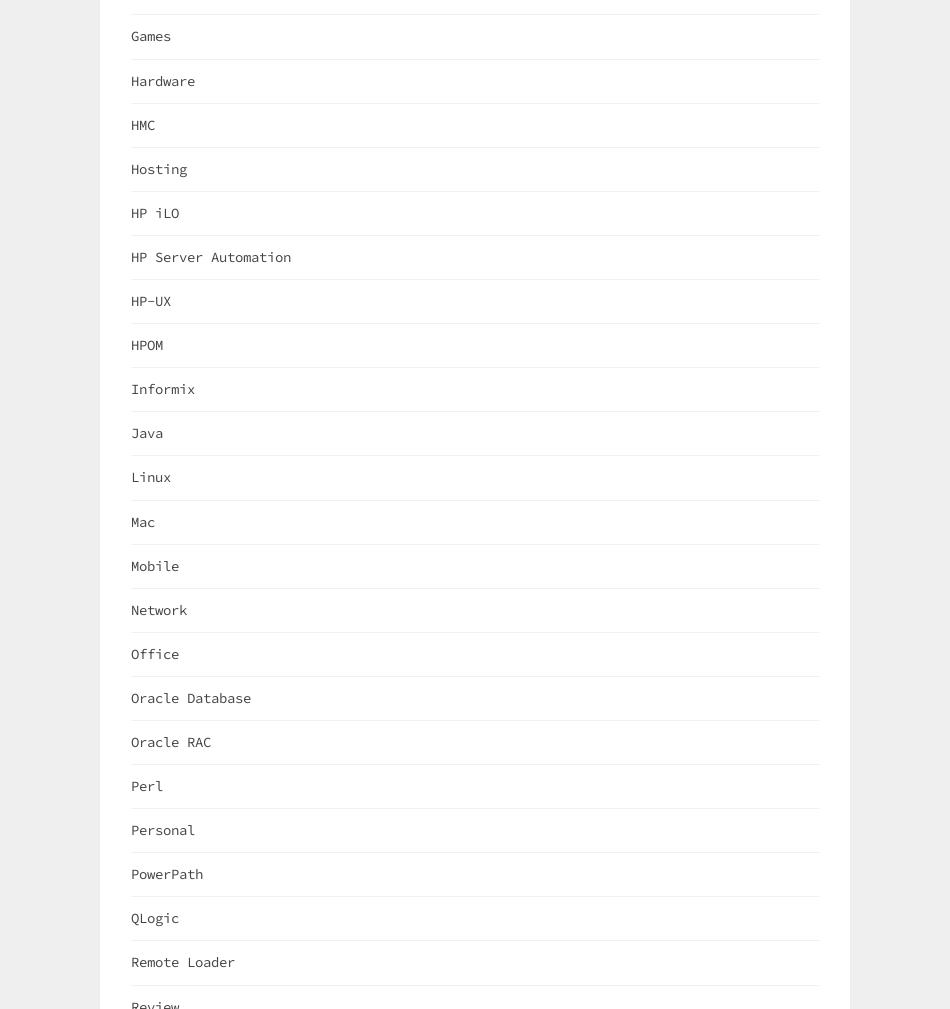 Image resolution: width=950 pixels, height=1009 pixels. I want to click on 'Network', so click(131, 609).